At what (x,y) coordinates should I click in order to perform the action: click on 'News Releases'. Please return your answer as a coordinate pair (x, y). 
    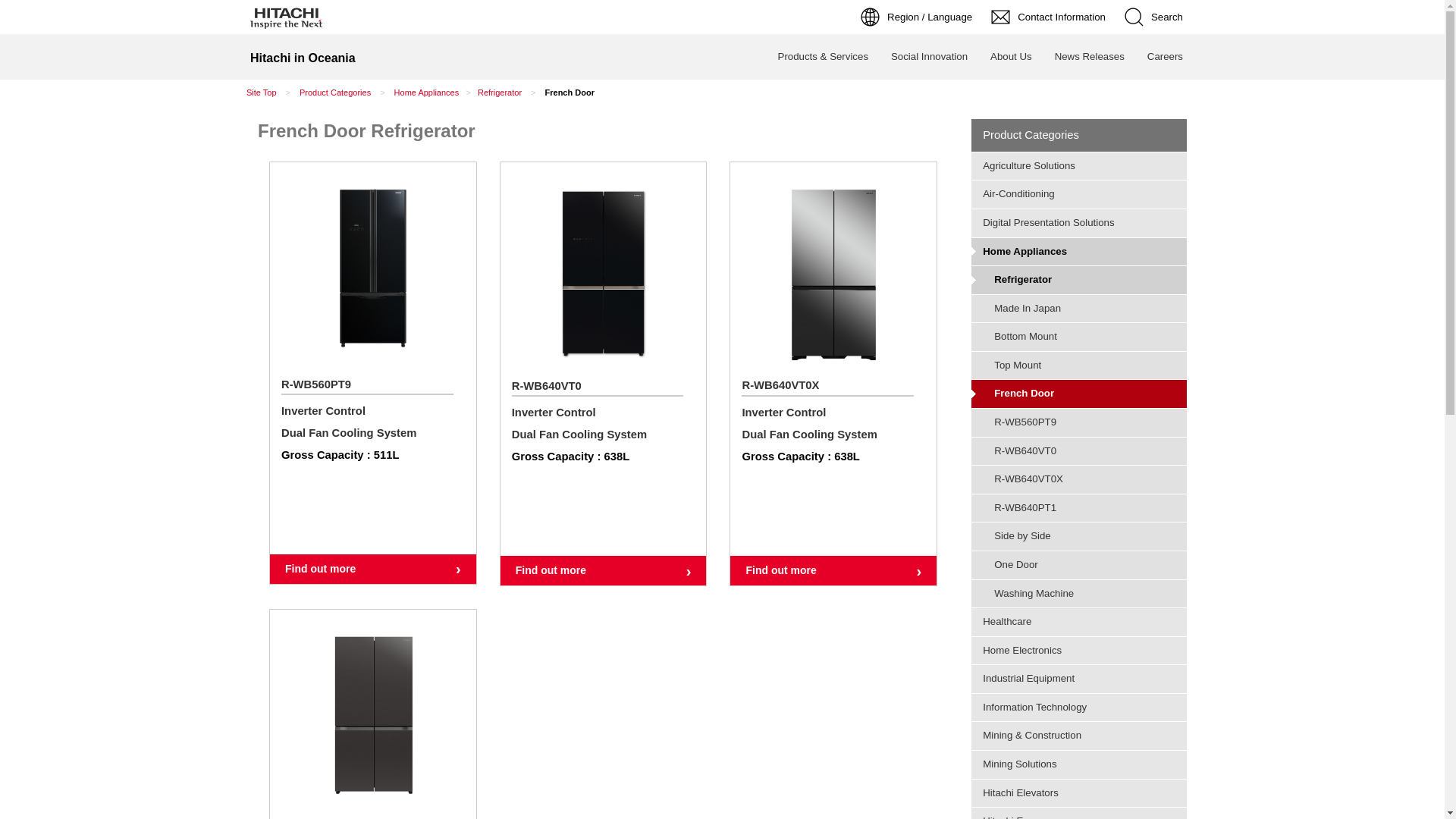
    Looking at the image, I should click on (1088, 55).